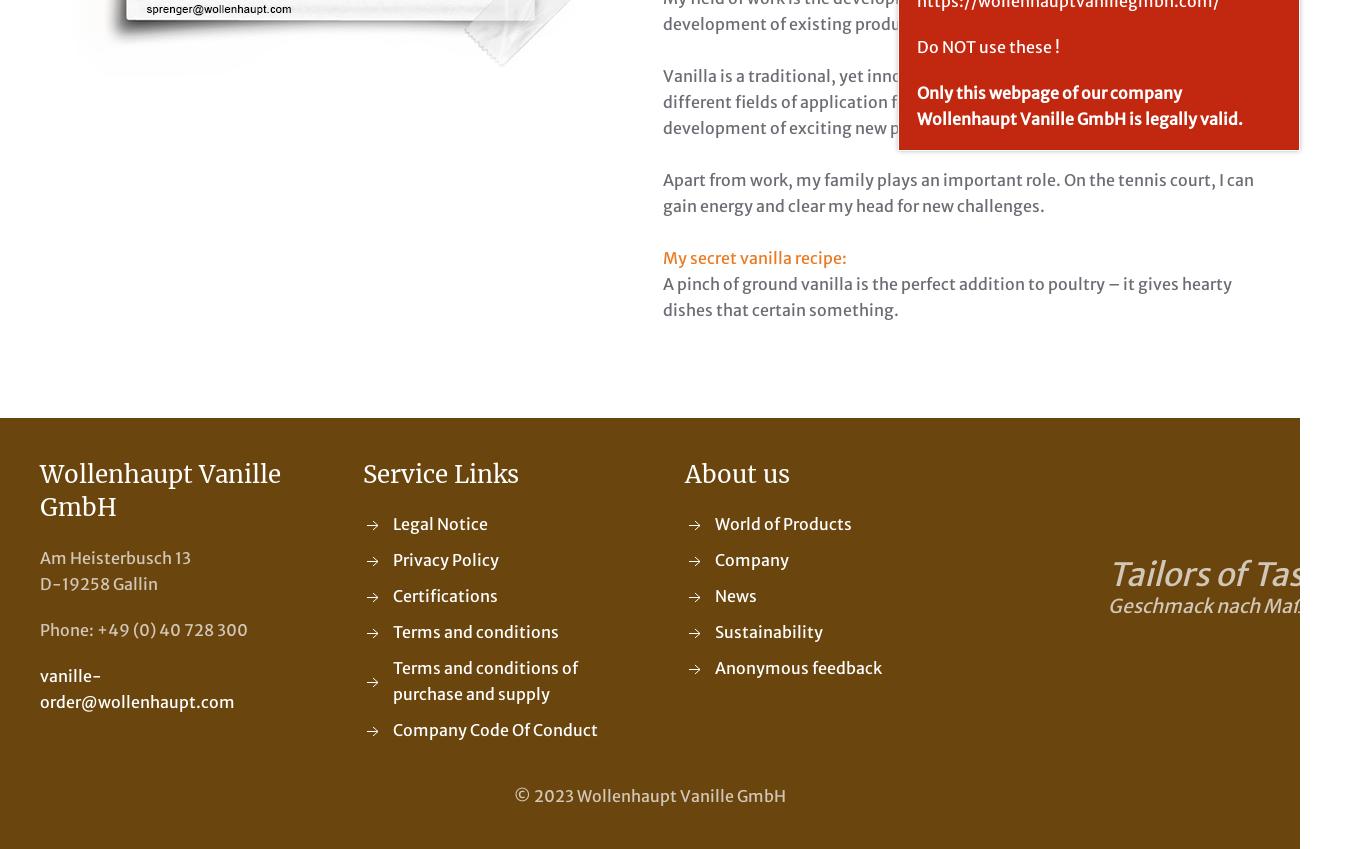 The height and width of the screenshot is (849, 1360). I want to click on 'Wollenhaupt Vanille GmbH', so click(160, 489).